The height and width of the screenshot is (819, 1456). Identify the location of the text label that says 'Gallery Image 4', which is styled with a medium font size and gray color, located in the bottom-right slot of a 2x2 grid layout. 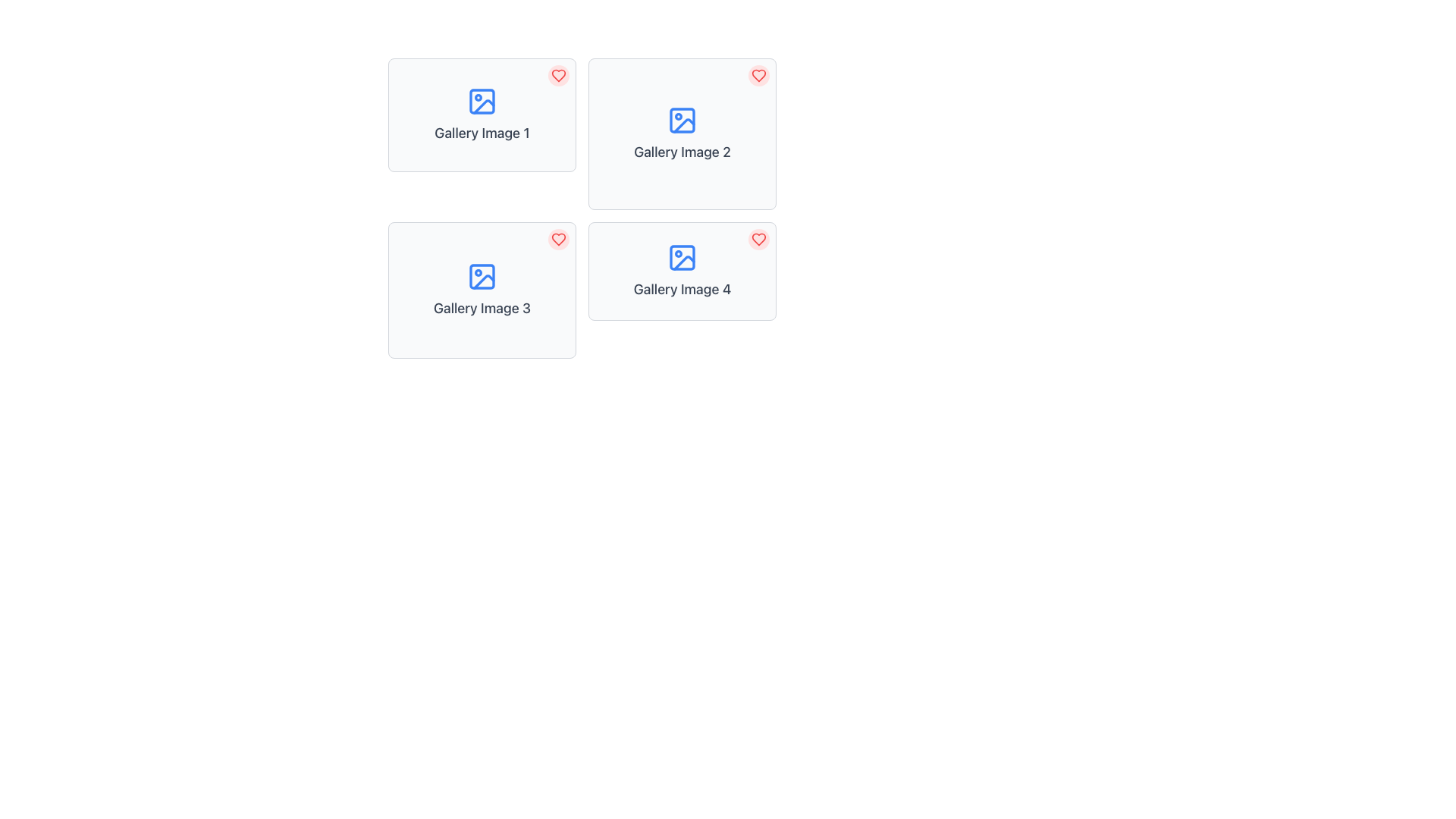
(682, 289).